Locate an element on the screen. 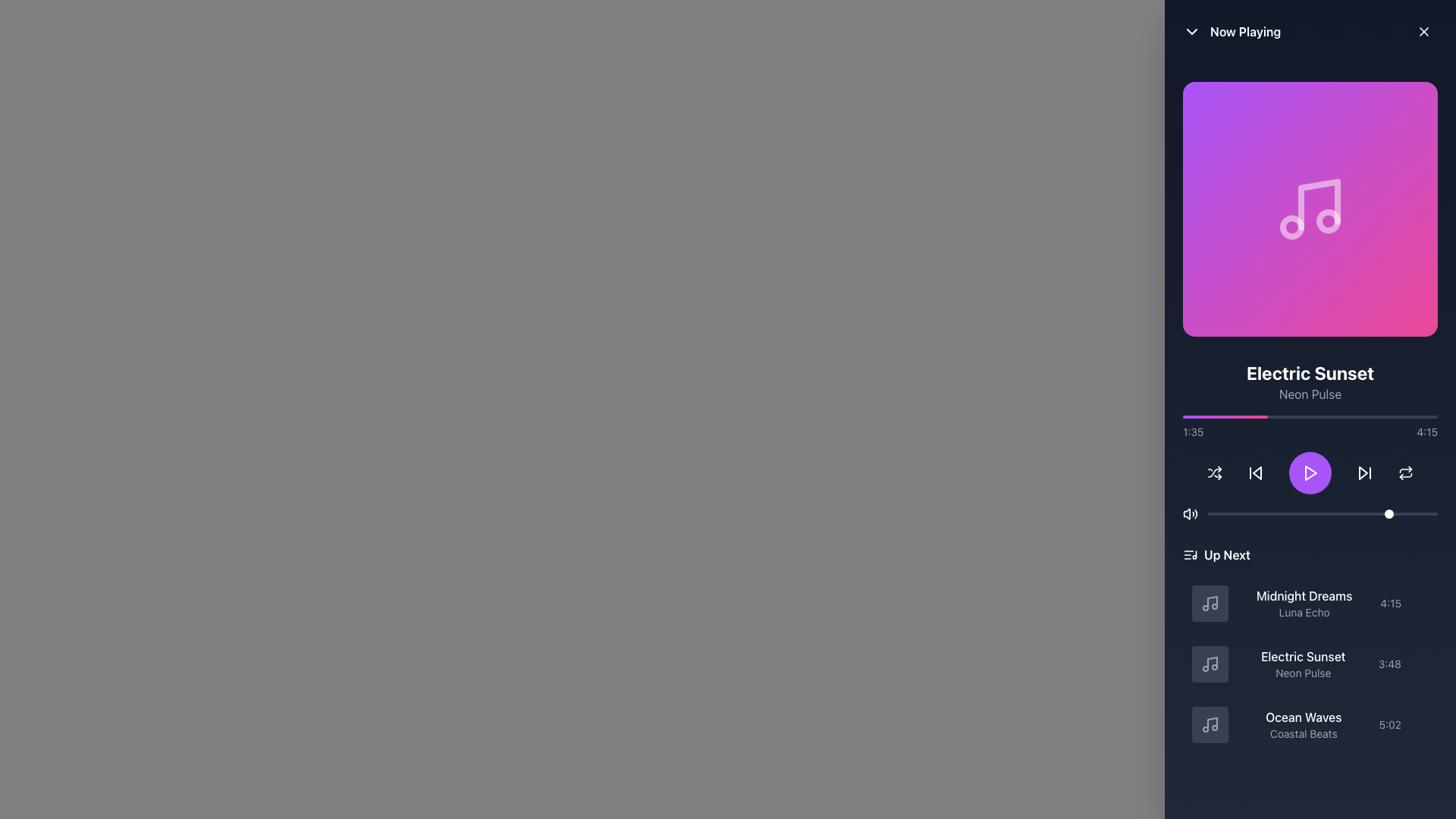  the progress bar with time indicators located below the song title 'Electric Sunset' and subtitle 'Neon Pulse' is located at coordinates (1310, 427).